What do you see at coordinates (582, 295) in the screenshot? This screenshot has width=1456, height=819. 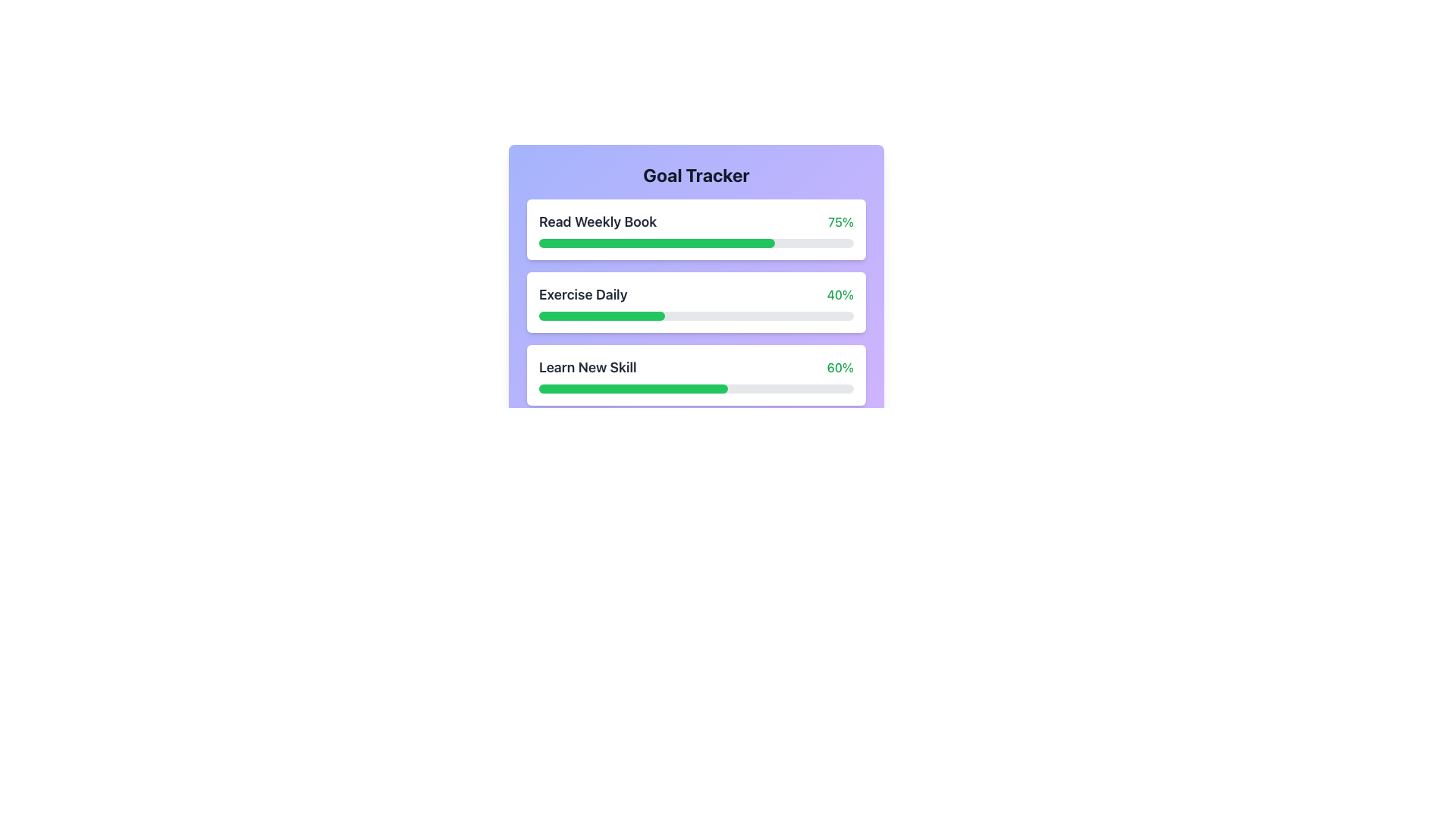 I see `the 'Exercise Daily' text label, which is styled in bold and larger font, located in the middle segment of the list under the 'Goal Tracker' heading` at bounding box center [582, 295].